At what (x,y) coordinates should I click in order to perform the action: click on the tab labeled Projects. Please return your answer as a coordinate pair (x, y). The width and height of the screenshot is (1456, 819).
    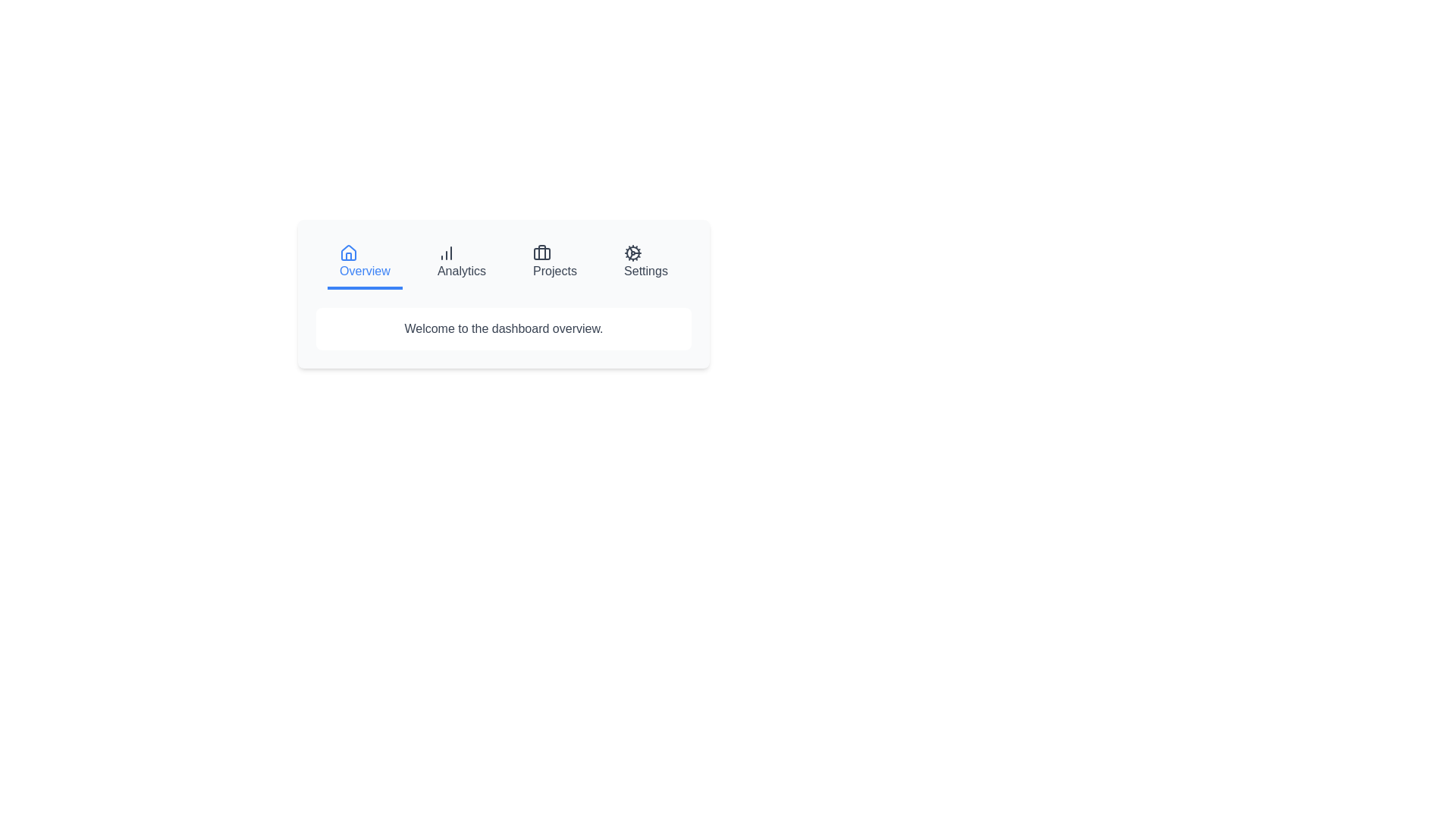
    Looking at the image, I should click on (554, 262).